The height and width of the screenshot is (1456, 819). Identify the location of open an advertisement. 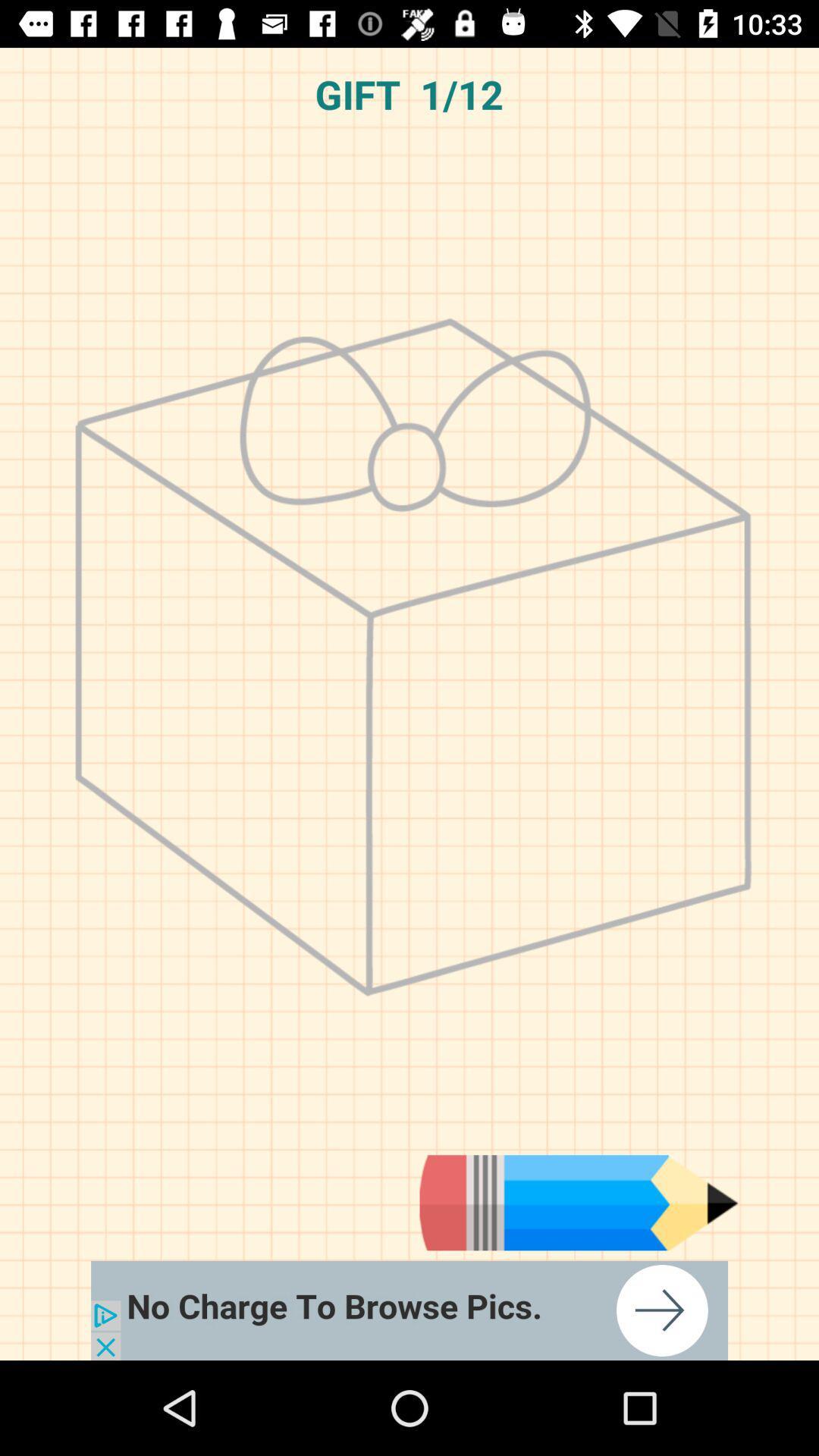
(409, 1310).